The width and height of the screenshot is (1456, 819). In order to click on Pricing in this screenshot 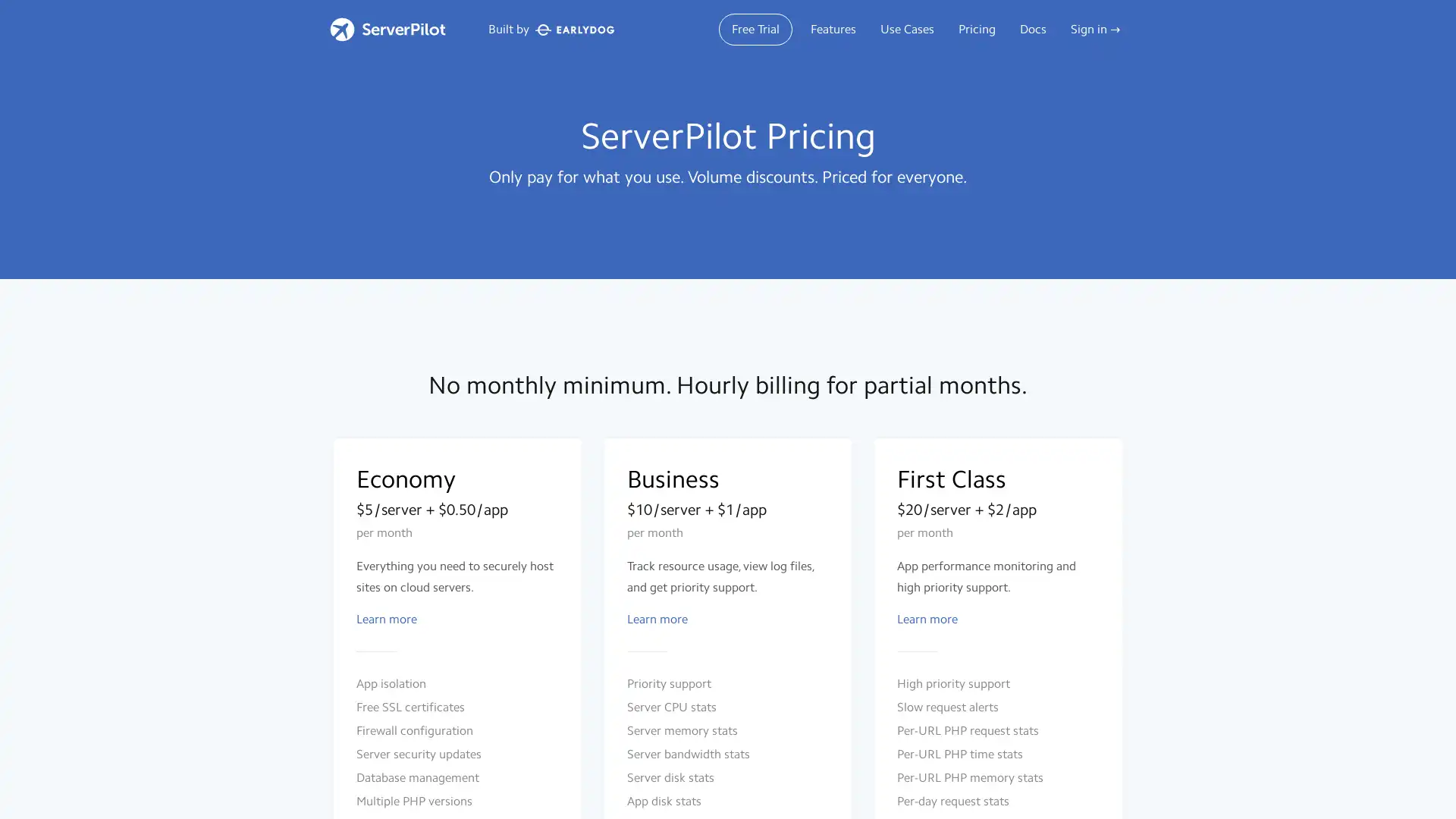, I will do `click(977, 29)`.